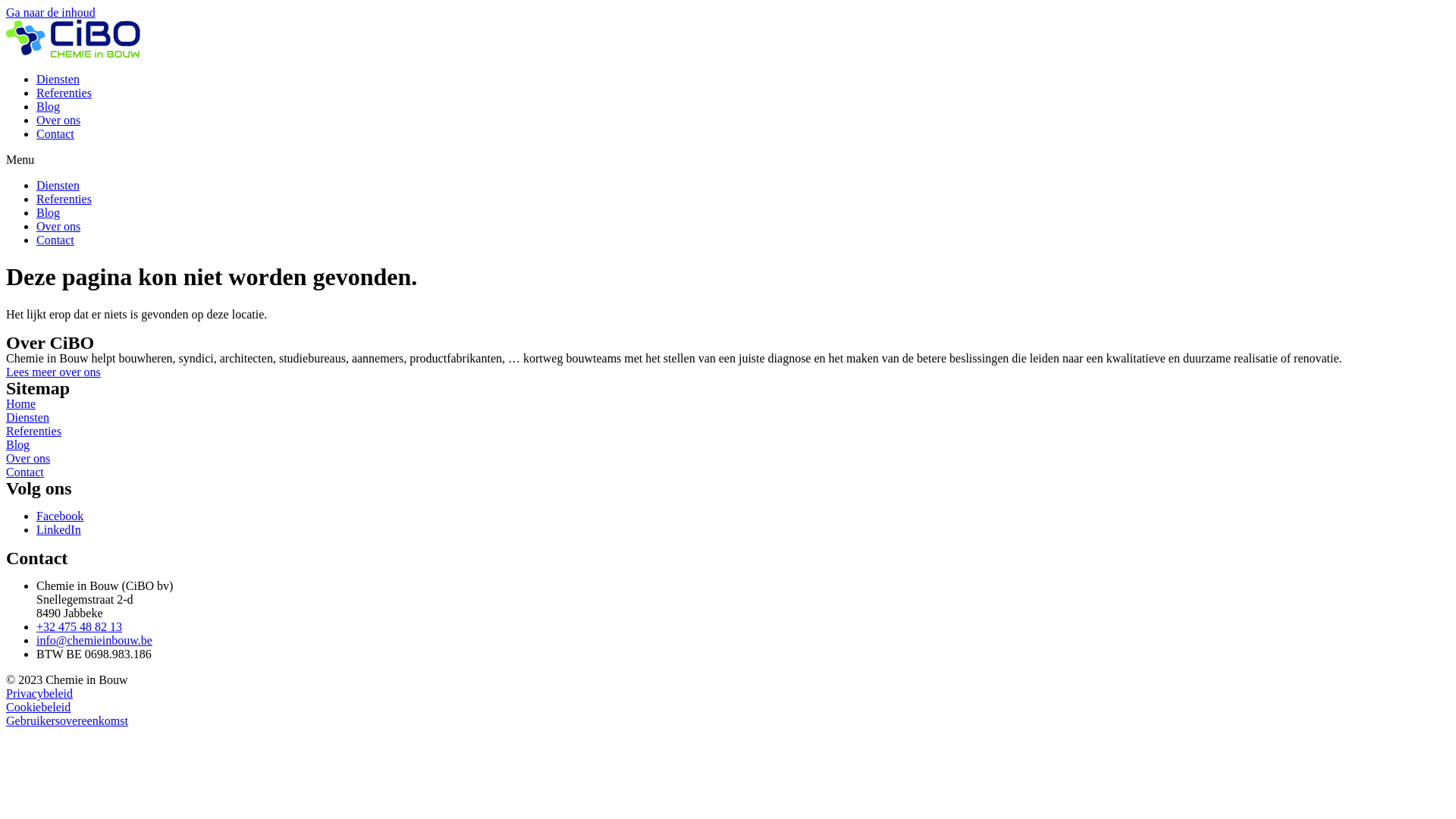  What do you see at coordinates (27, 417) in the screenshot?
I see `'Diensten'` at bounding box center [27, 417].